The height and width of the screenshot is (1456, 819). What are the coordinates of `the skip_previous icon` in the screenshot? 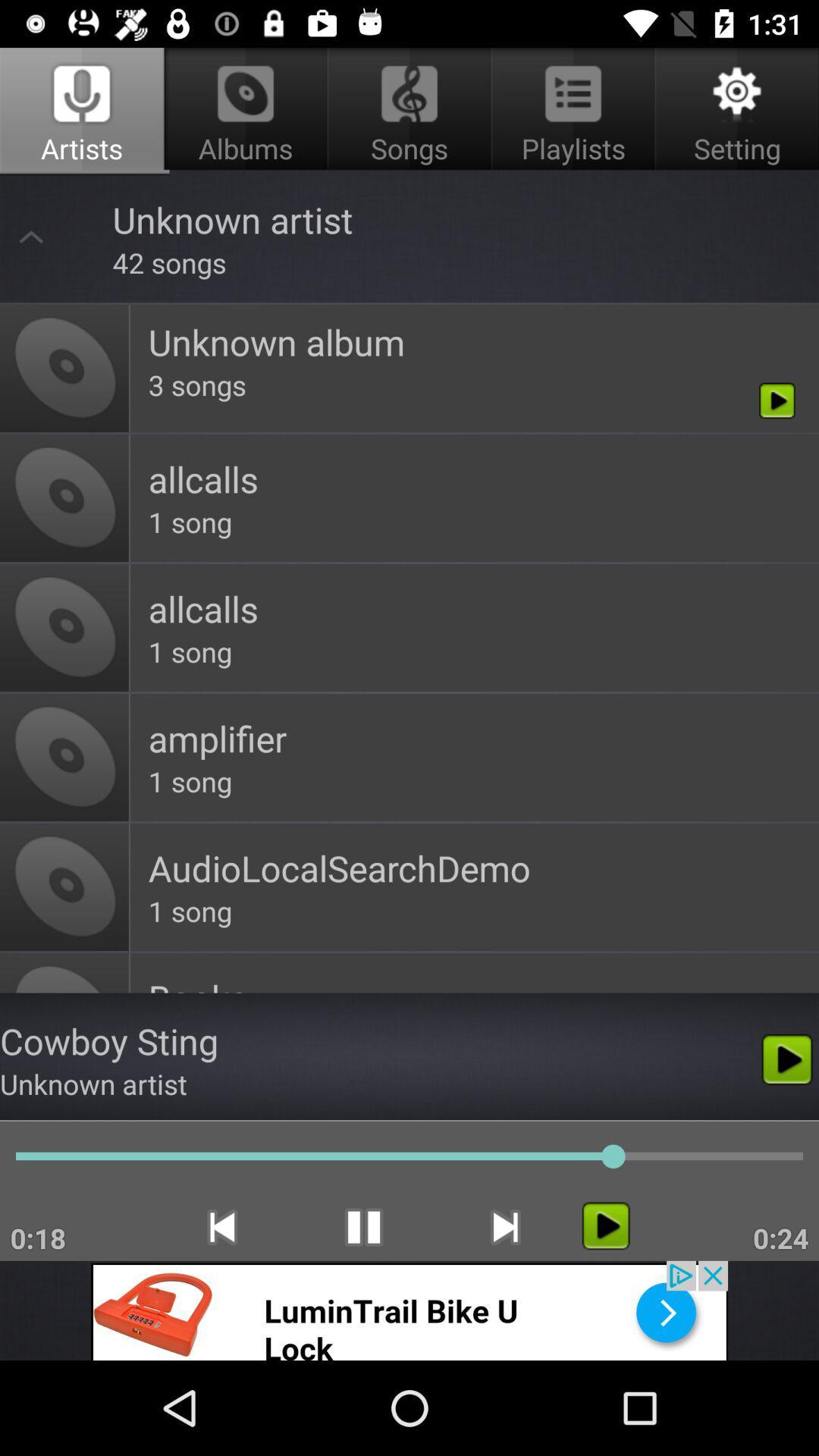 It's located at (221, 1227).